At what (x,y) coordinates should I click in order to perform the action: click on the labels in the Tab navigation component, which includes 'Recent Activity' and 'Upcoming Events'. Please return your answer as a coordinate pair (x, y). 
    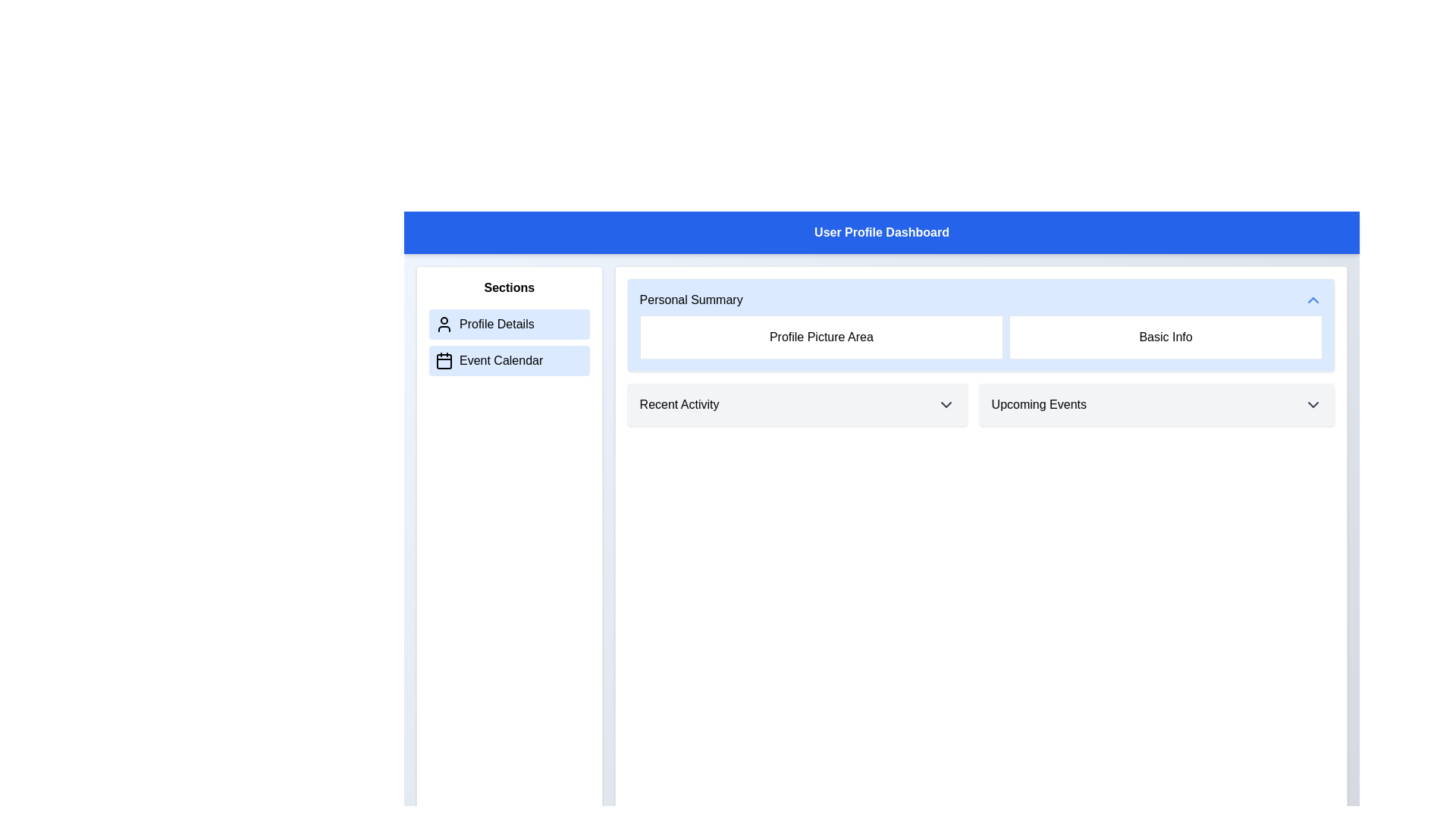
    Looking at the image, I should click on (981, 403).